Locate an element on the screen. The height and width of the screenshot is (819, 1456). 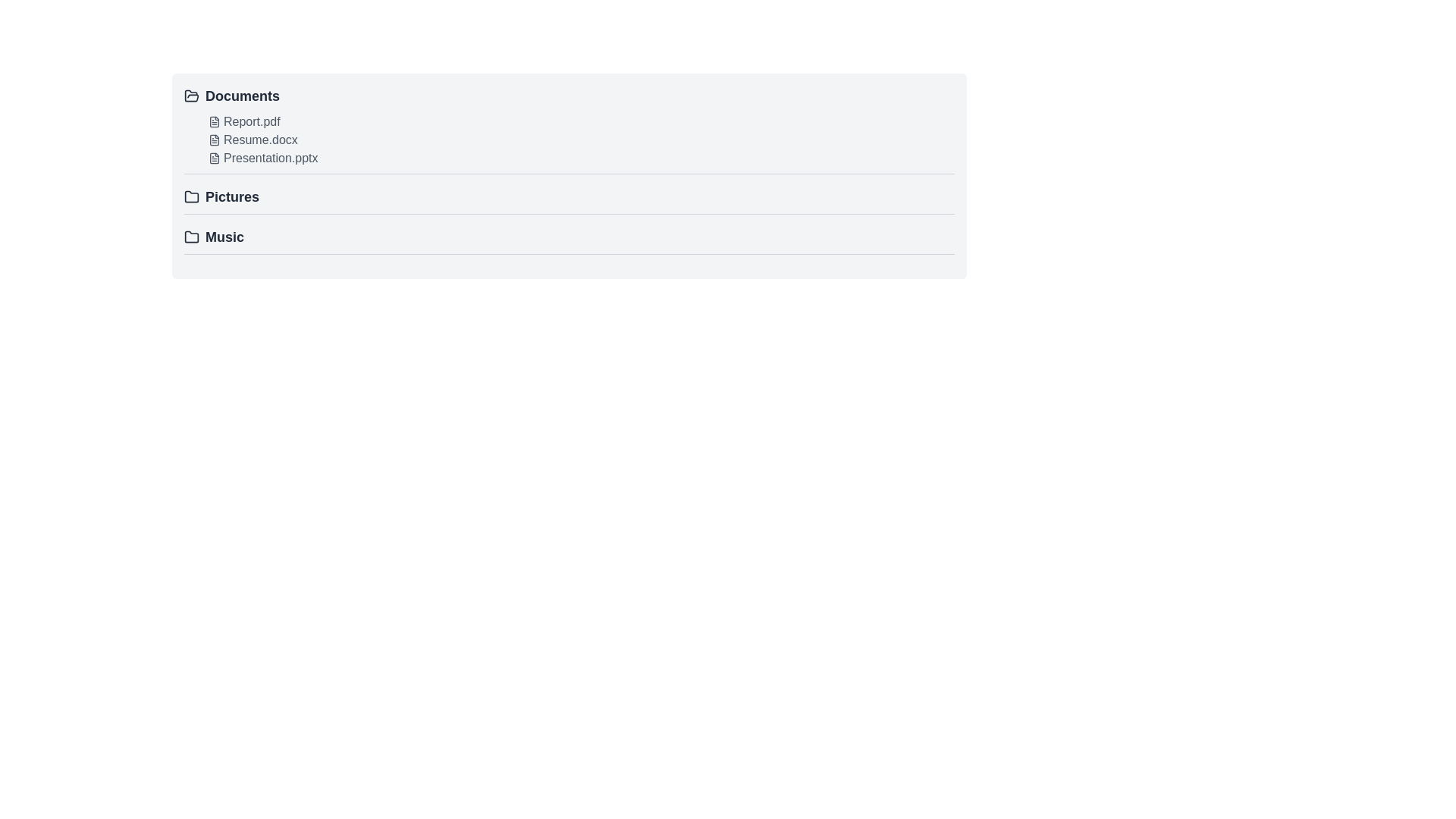
the 'Music' folder label with icon, which is the last entry in a vertical list of folders is located at coordinates (213, 237).